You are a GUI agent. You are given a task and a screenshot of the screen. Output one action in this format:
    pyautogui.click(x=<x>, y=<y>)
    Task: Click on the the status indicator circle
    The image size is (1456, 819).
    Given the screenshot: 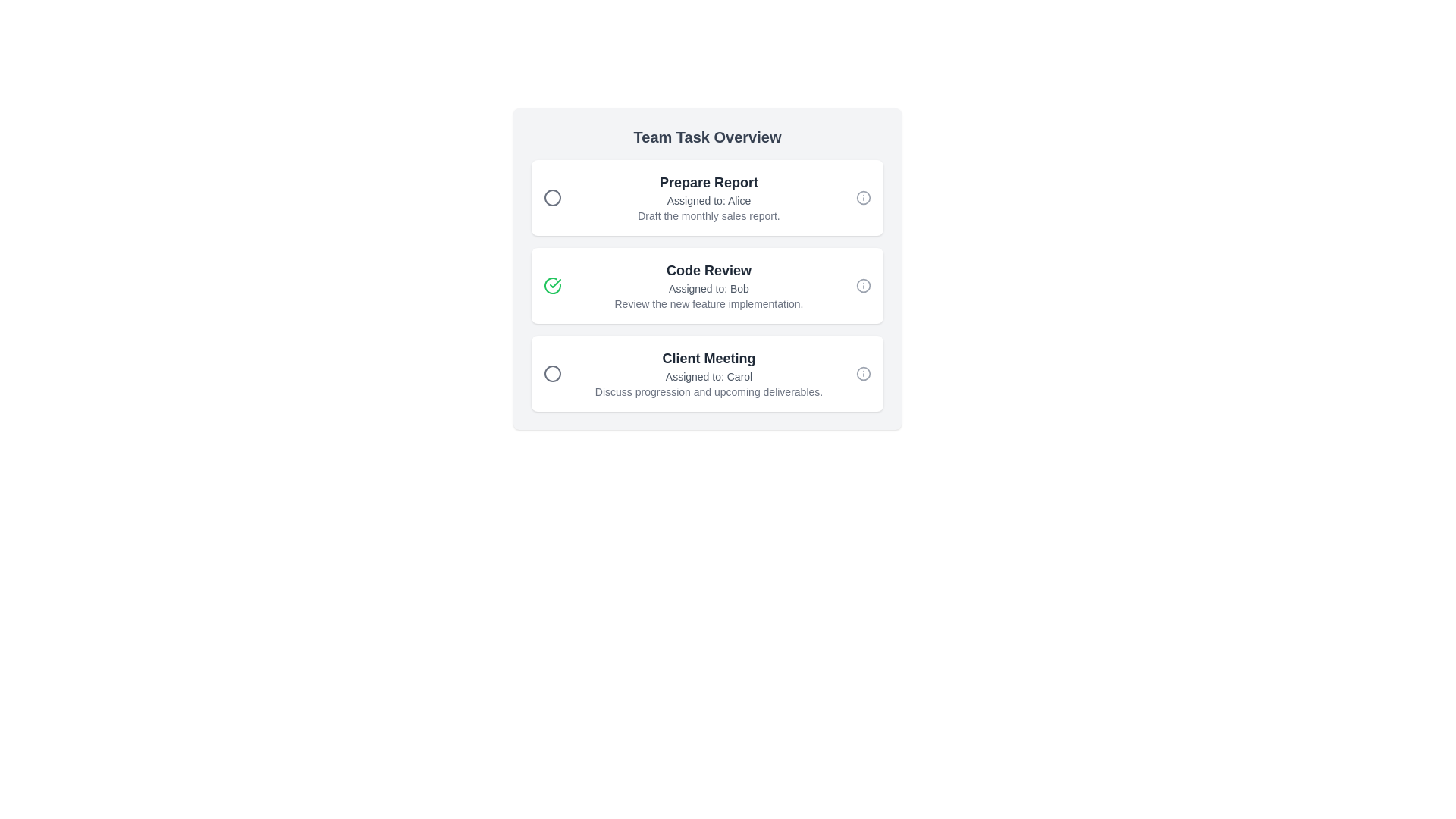 What is the action you would take?
    pyautogui.click(x=552, y=197)
    